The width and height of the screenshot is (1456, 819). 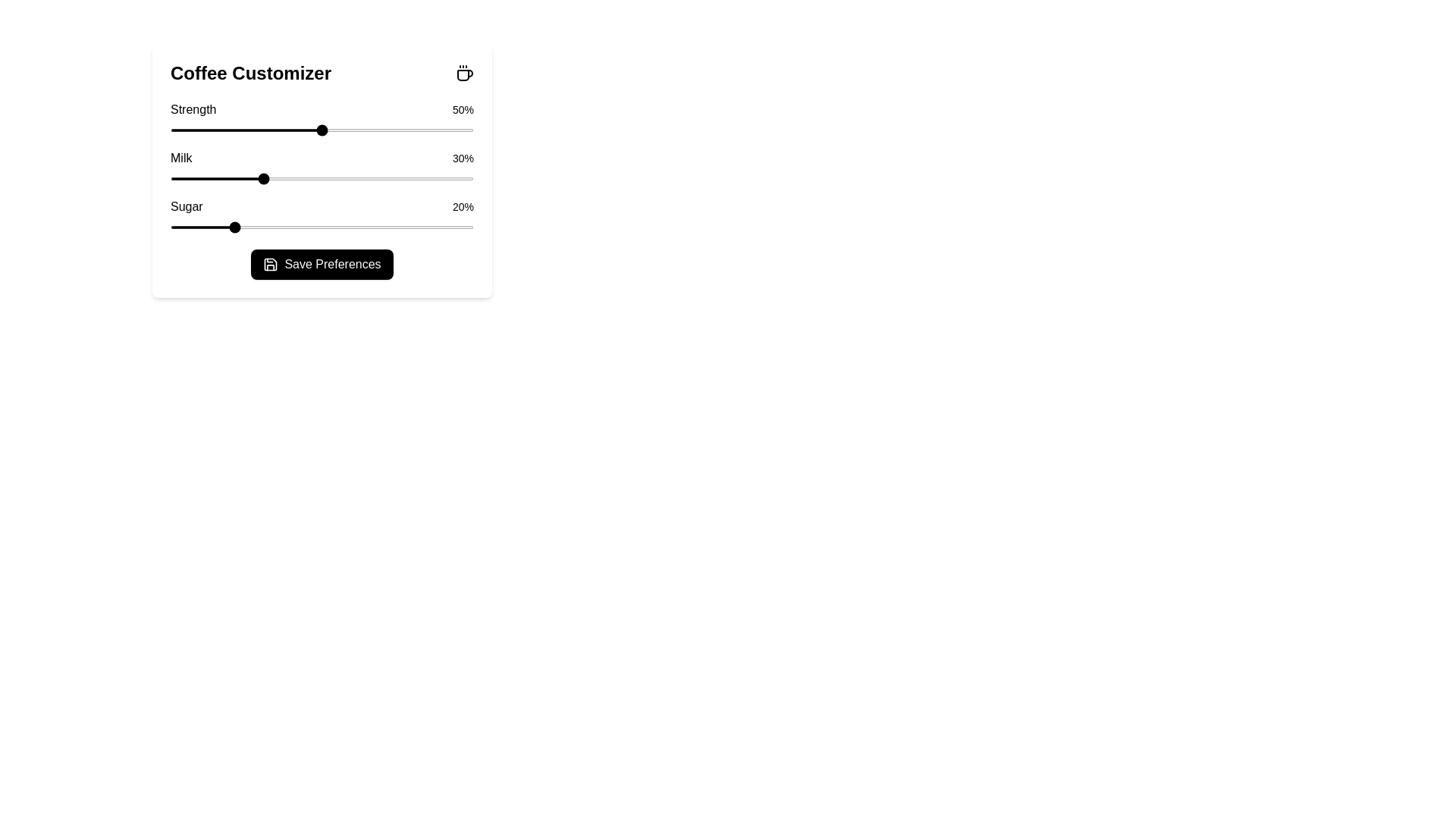 I want to click on the sugar level, so click(x=288, y=227).